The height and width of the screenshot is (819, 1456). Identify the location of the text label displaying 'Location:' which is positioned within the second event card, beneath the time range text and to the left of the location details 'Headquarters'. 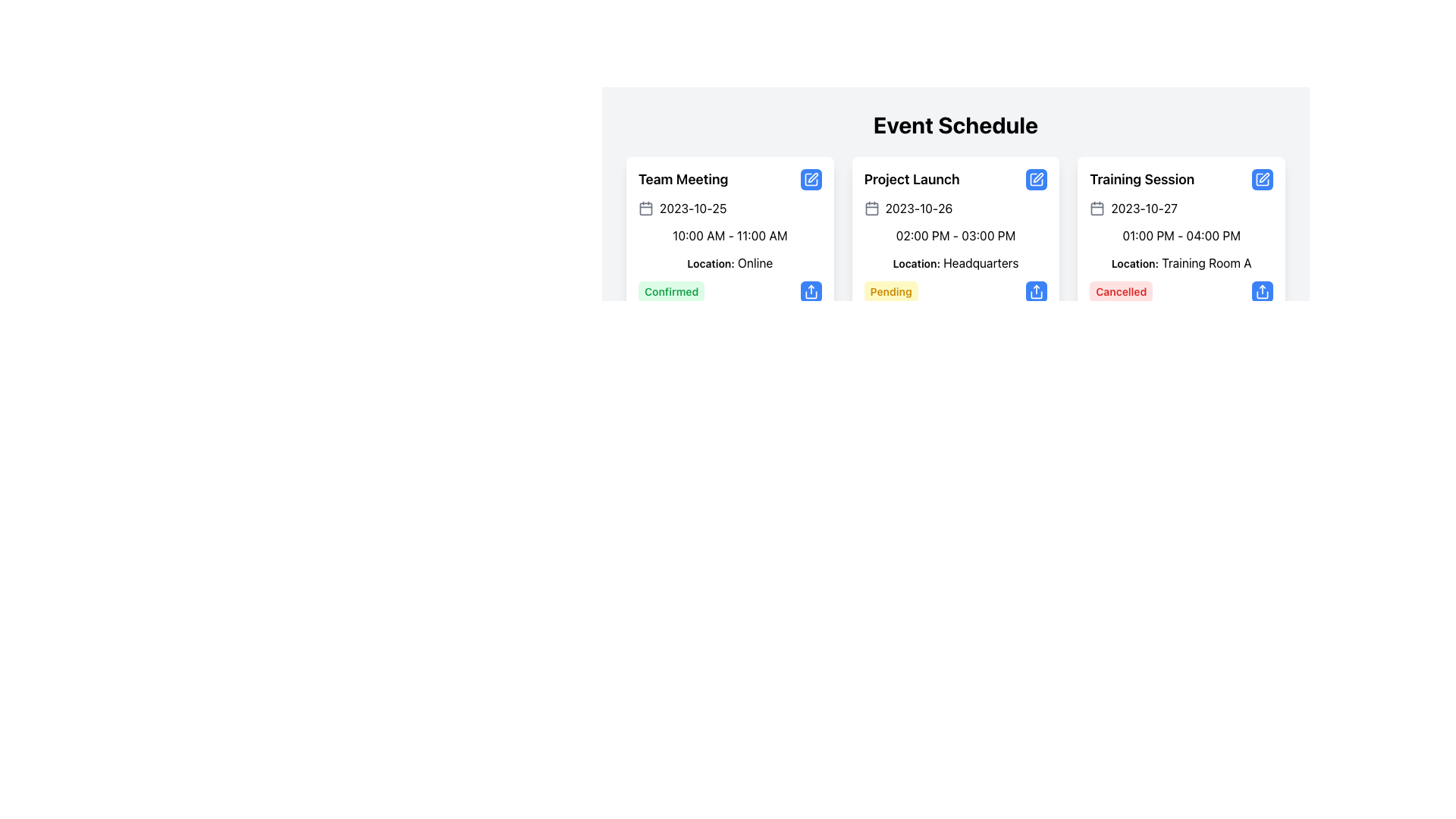
(915, 262).